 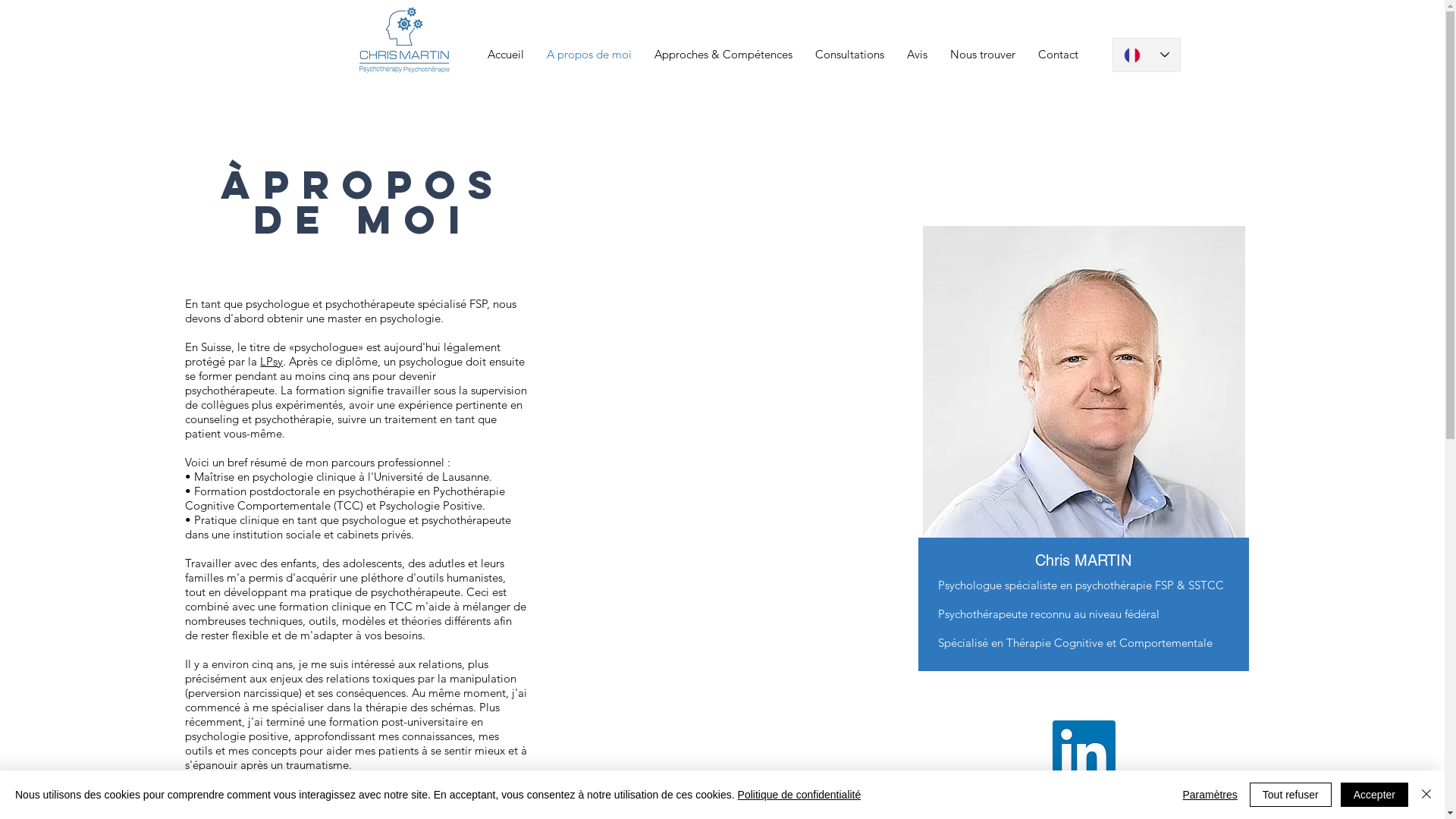 What do you see at coordinates (506, 54) in the screenshot?
I see `'Accueil'` at bounding box center [506, 54].